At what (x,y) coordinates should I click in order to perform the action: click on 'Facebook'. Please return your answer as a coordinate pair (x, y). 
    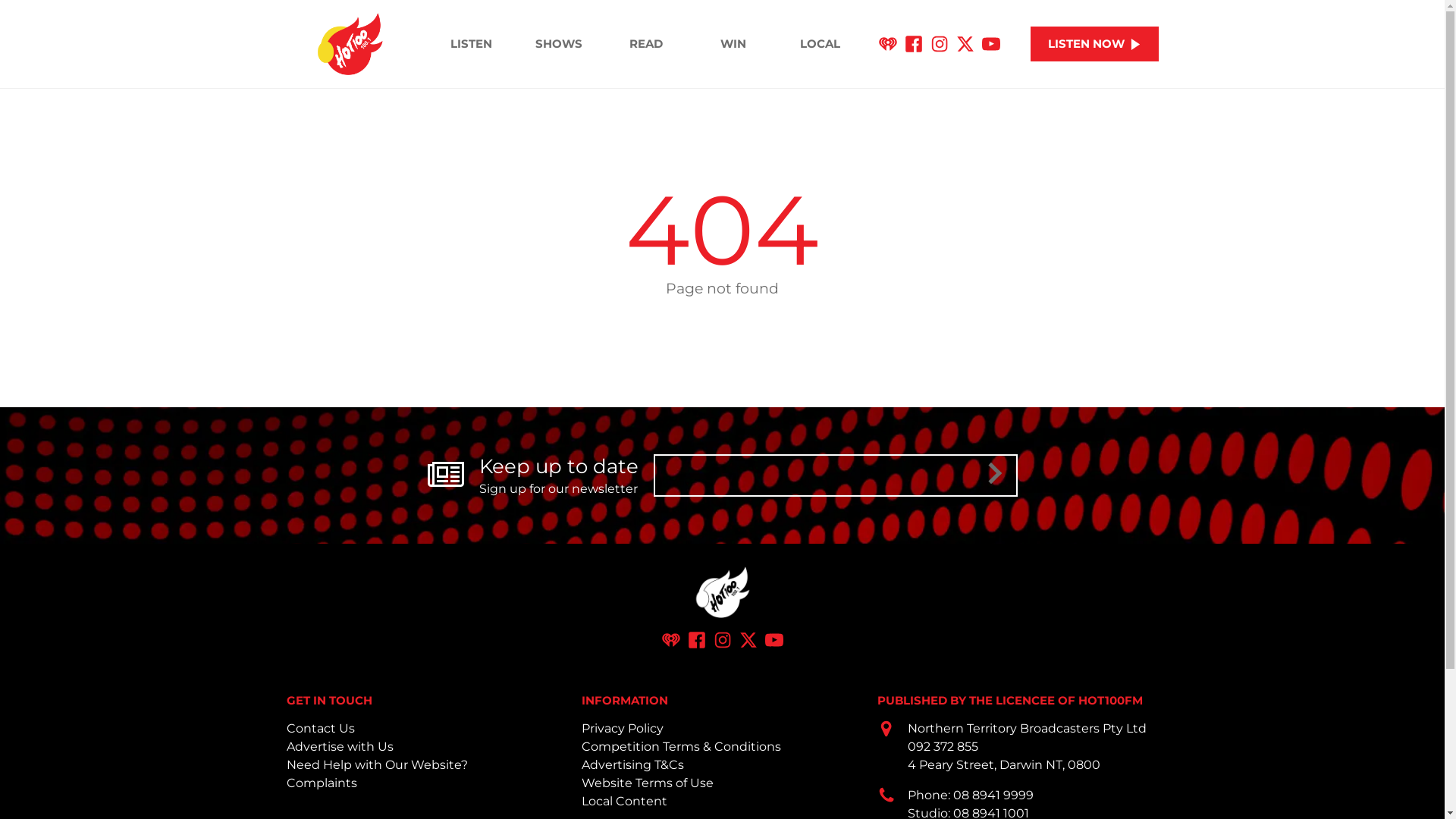
    Looking at the image, I should click on (686, 639).